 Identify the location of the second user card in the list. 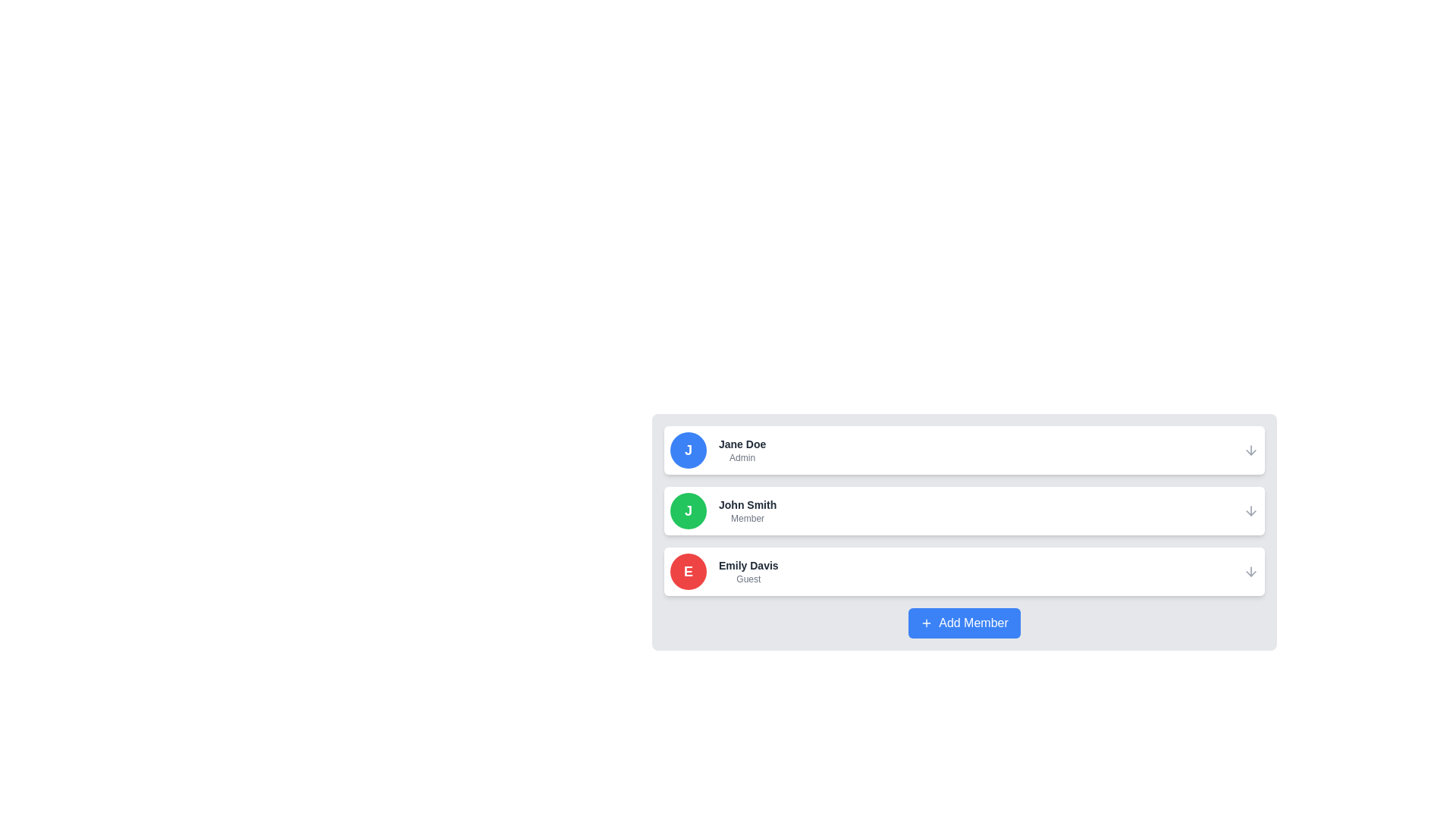
(964, 532).